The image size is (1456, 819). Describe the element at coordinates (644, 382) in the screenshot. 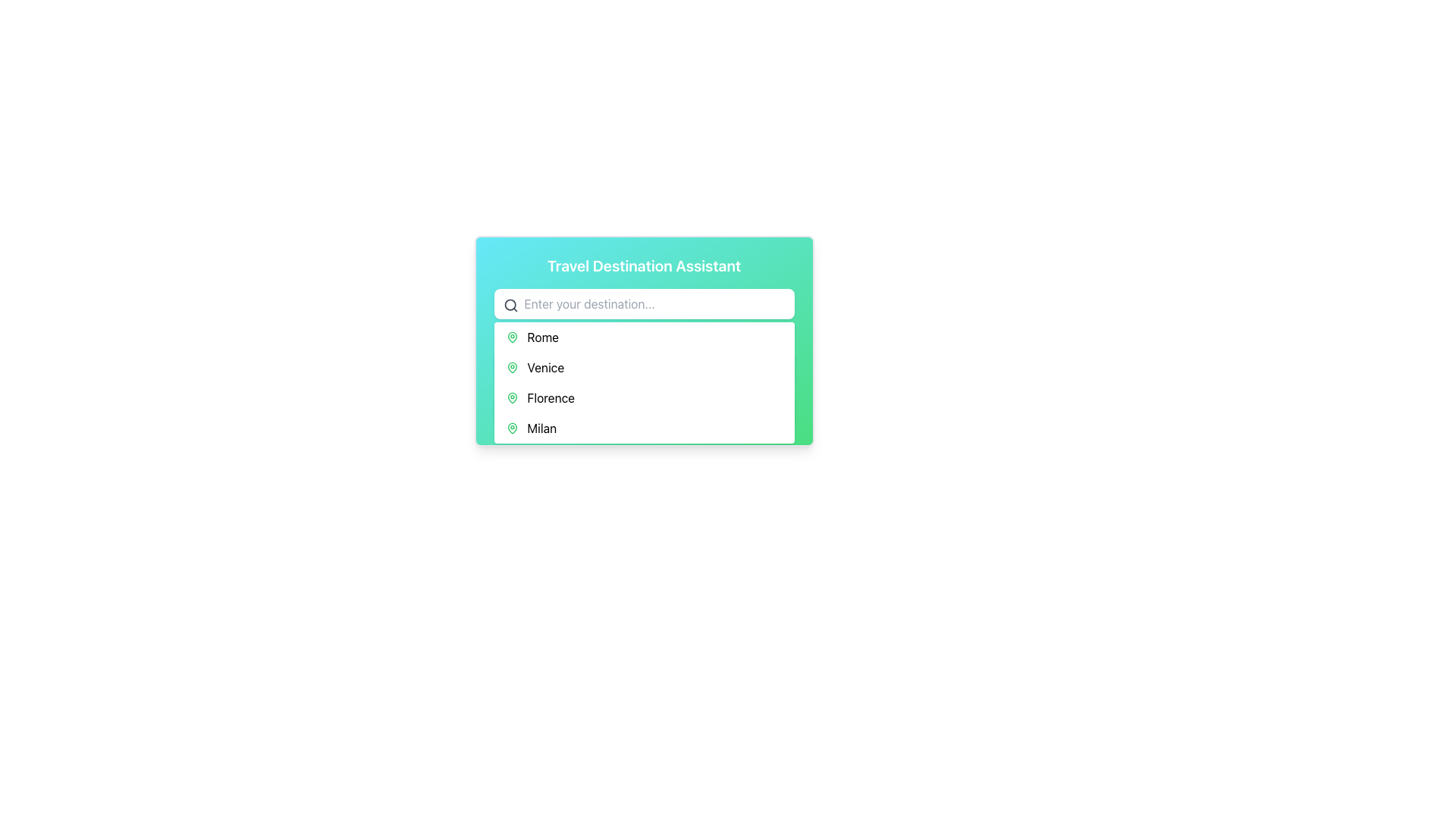

I see `the dropdown menu located directly below the 'Enter your destination...' input field, which spans horizontally and contains four options` at that location.